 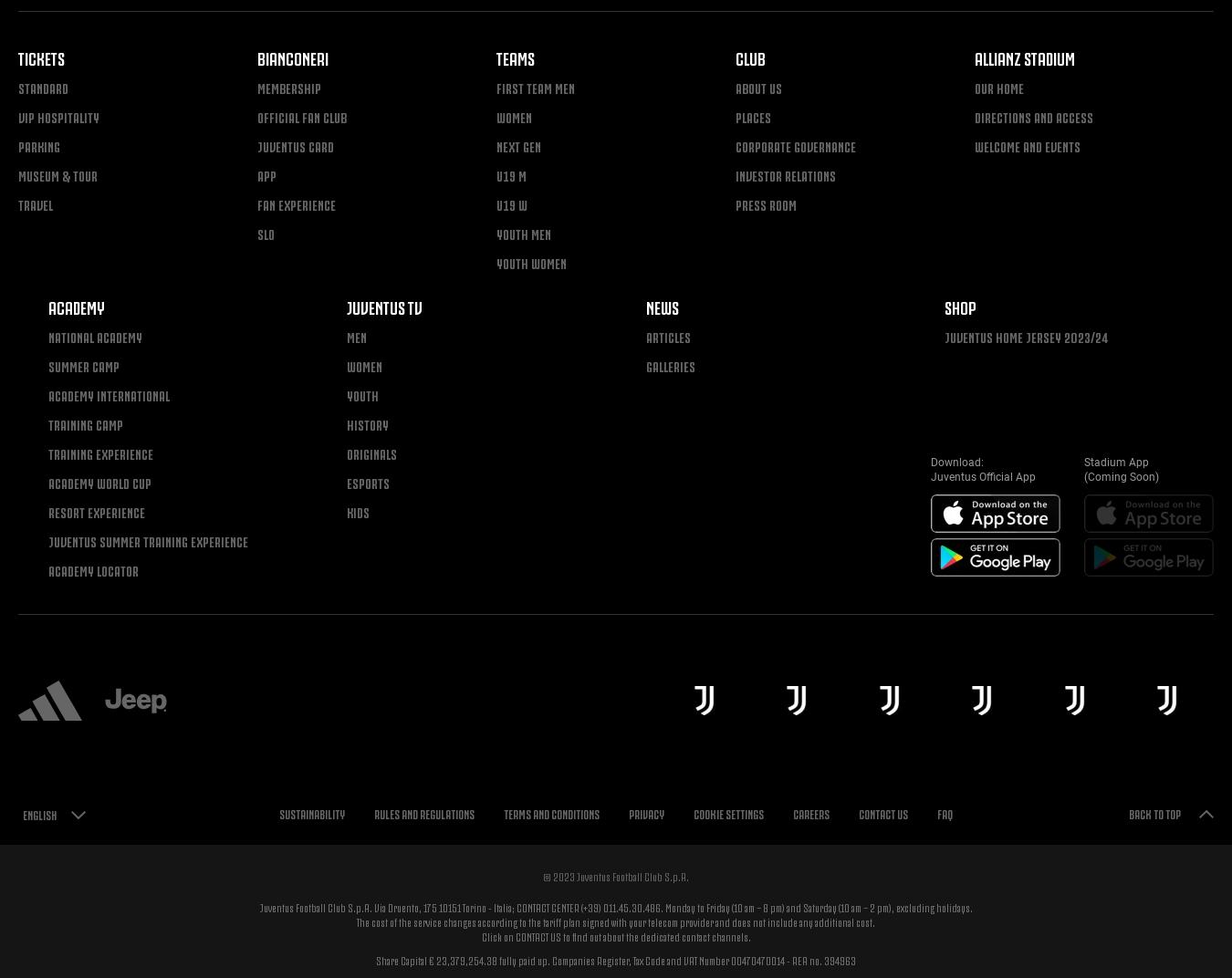 What do you see at coordinates (266, 173) in the screenshot?
I see `'App'` at bounding box center [266, 173].